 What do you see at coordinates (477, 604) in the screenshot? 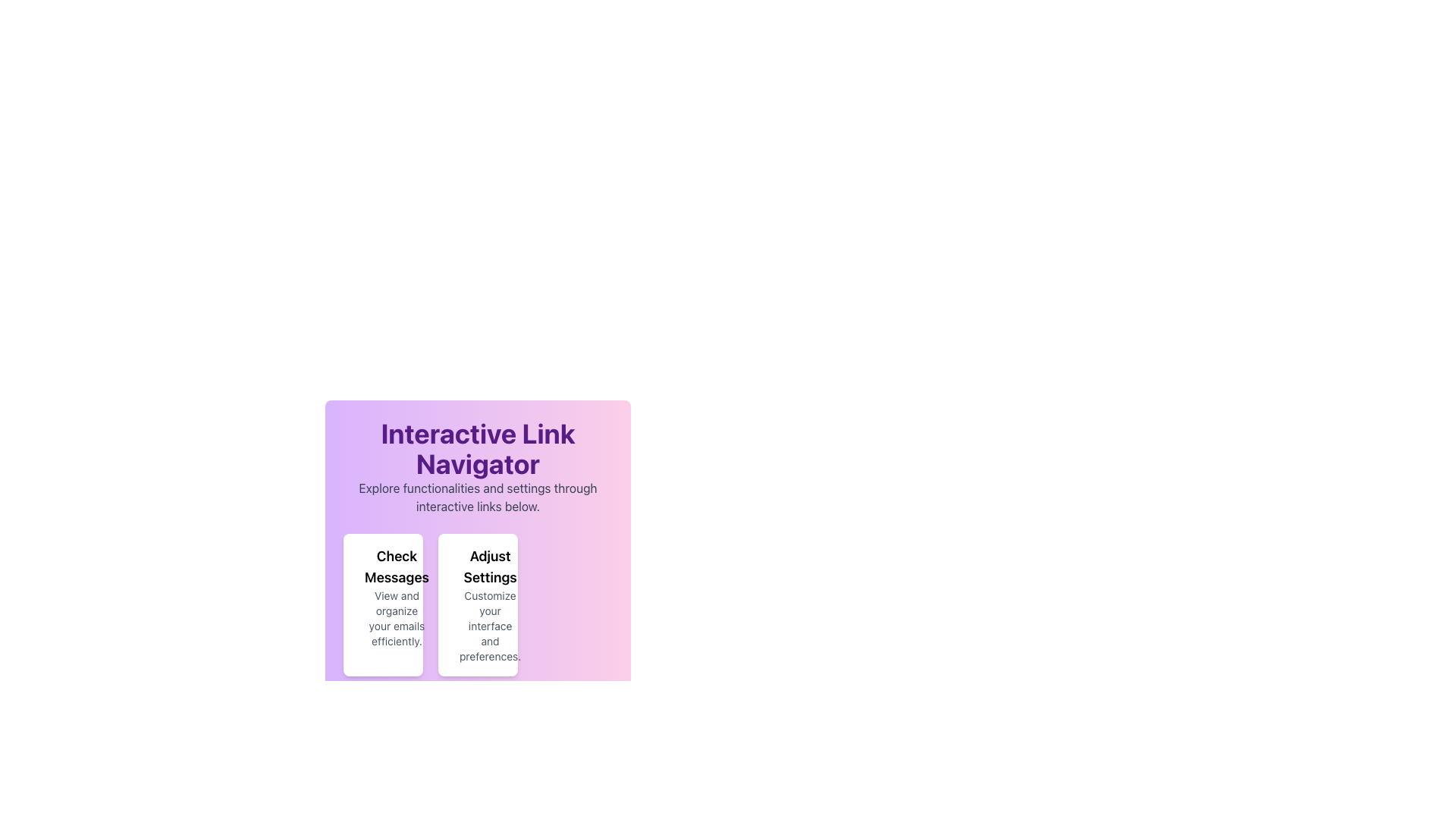
I see `text content of the informational card located centrally in the interface, which is the second card in a grid layout, positioned to the right of the 'Check Messages' card` at bounding box center [477, 604].